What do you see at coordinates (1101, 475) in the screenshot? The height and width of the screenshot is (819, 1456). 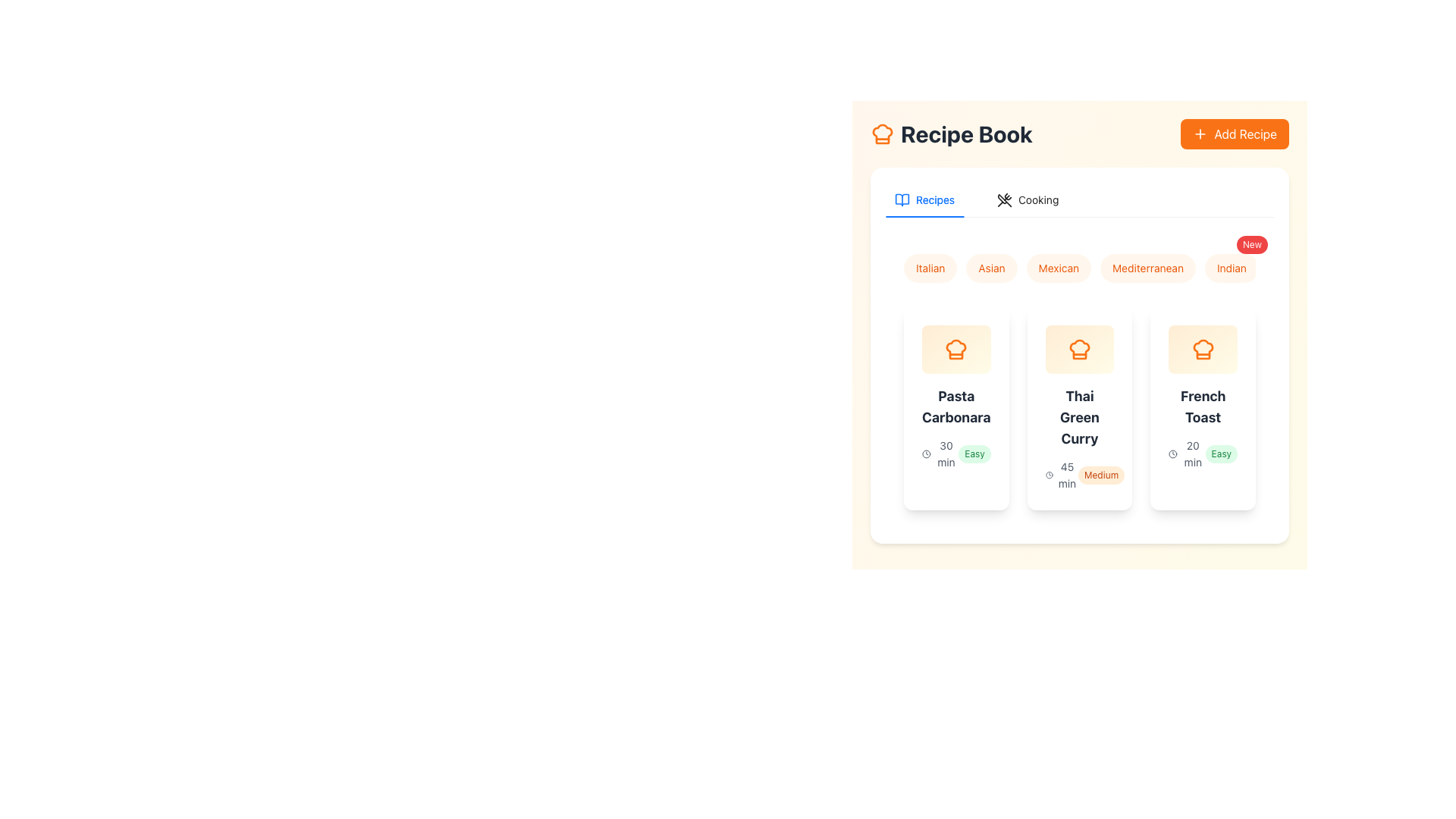 I see `'Medium' label, which is a pill-shaped badge with bold orange font located within the 'Thai Green Curry' card` at bounding box center [1101, 475].